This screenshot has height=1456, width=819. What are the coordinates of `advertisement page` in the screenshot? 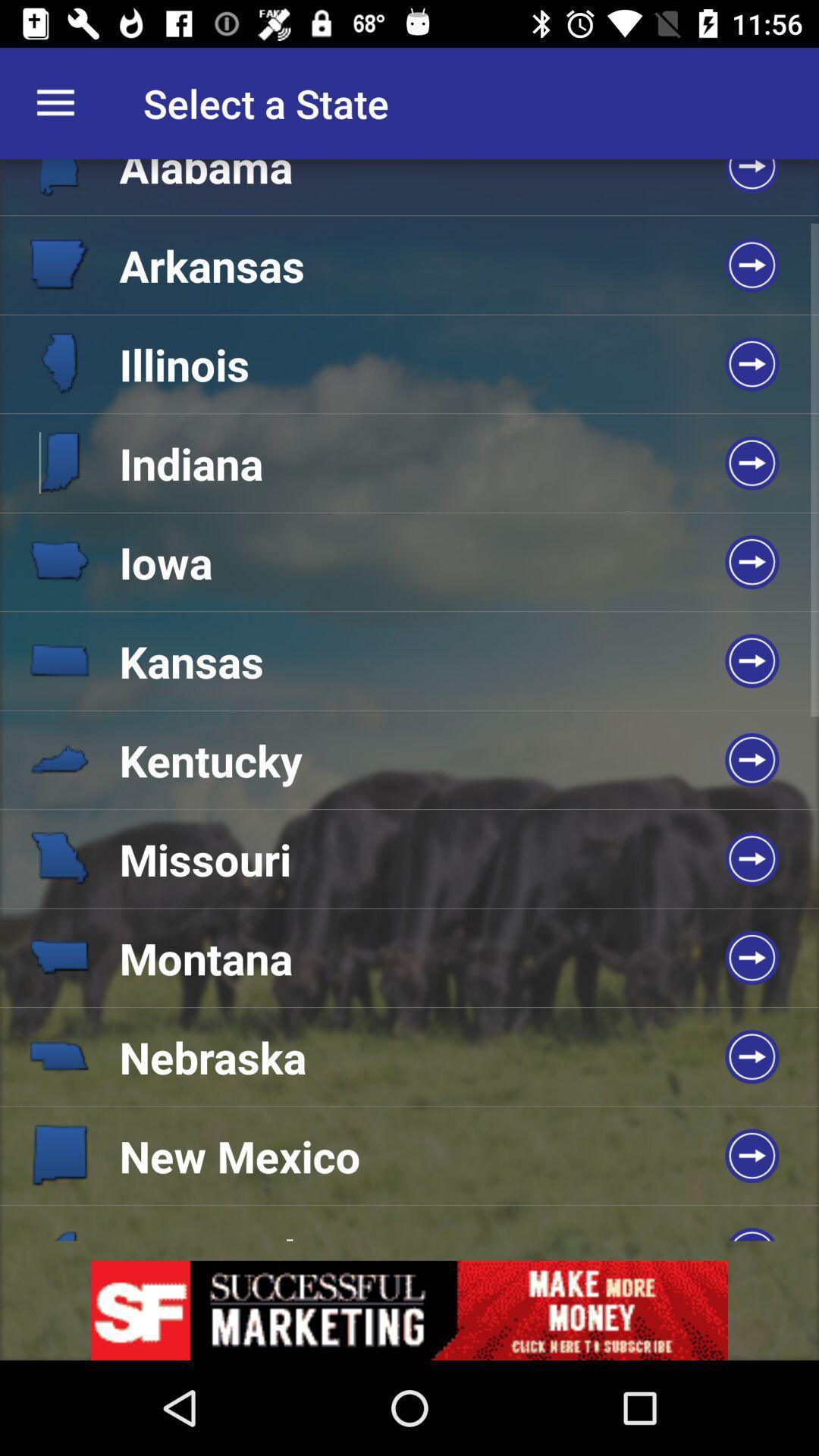 It's located at (409, 1310).